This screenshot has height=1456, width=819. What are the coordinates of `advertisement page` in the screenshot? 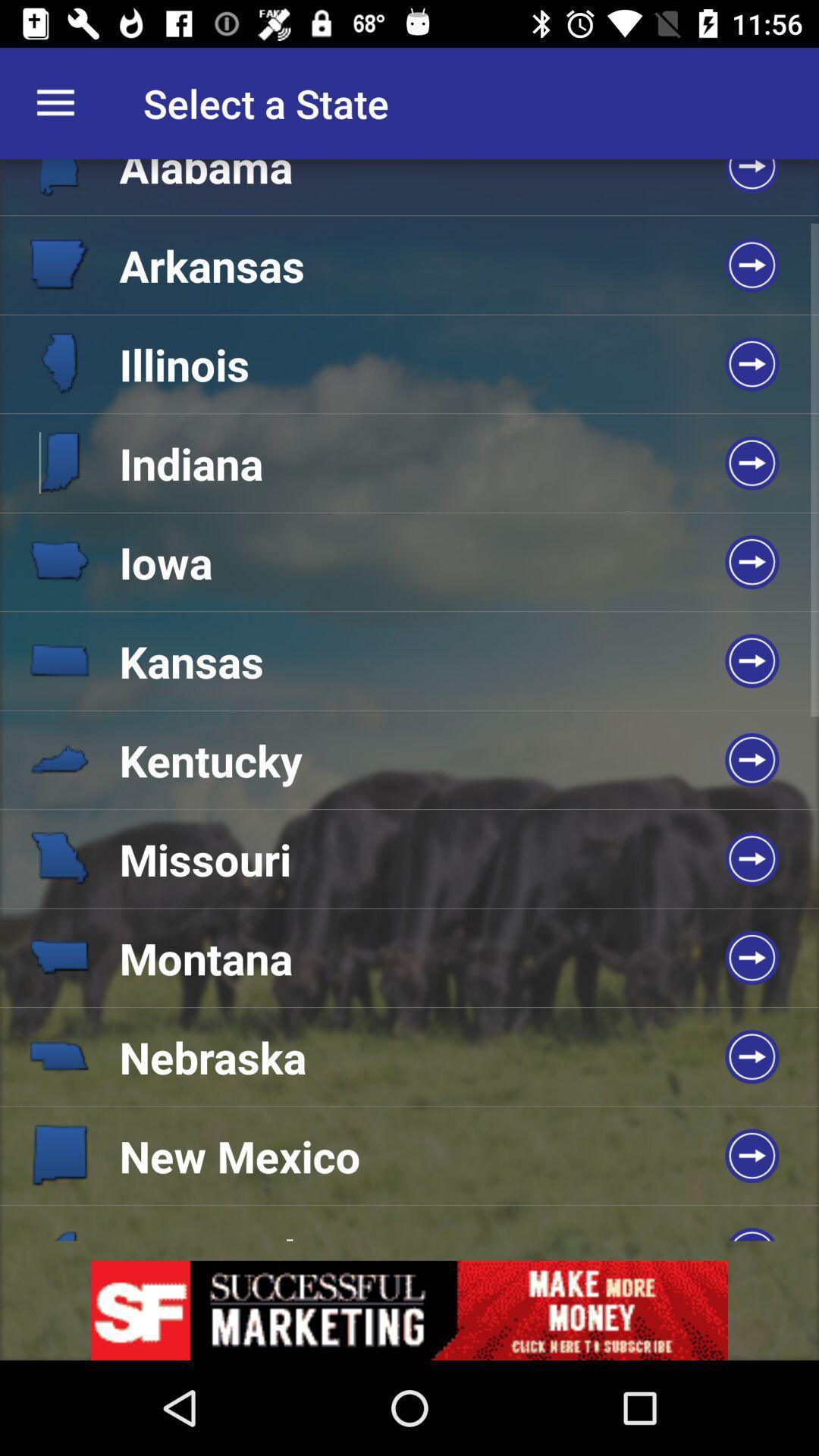 It's located at (409, 1310).